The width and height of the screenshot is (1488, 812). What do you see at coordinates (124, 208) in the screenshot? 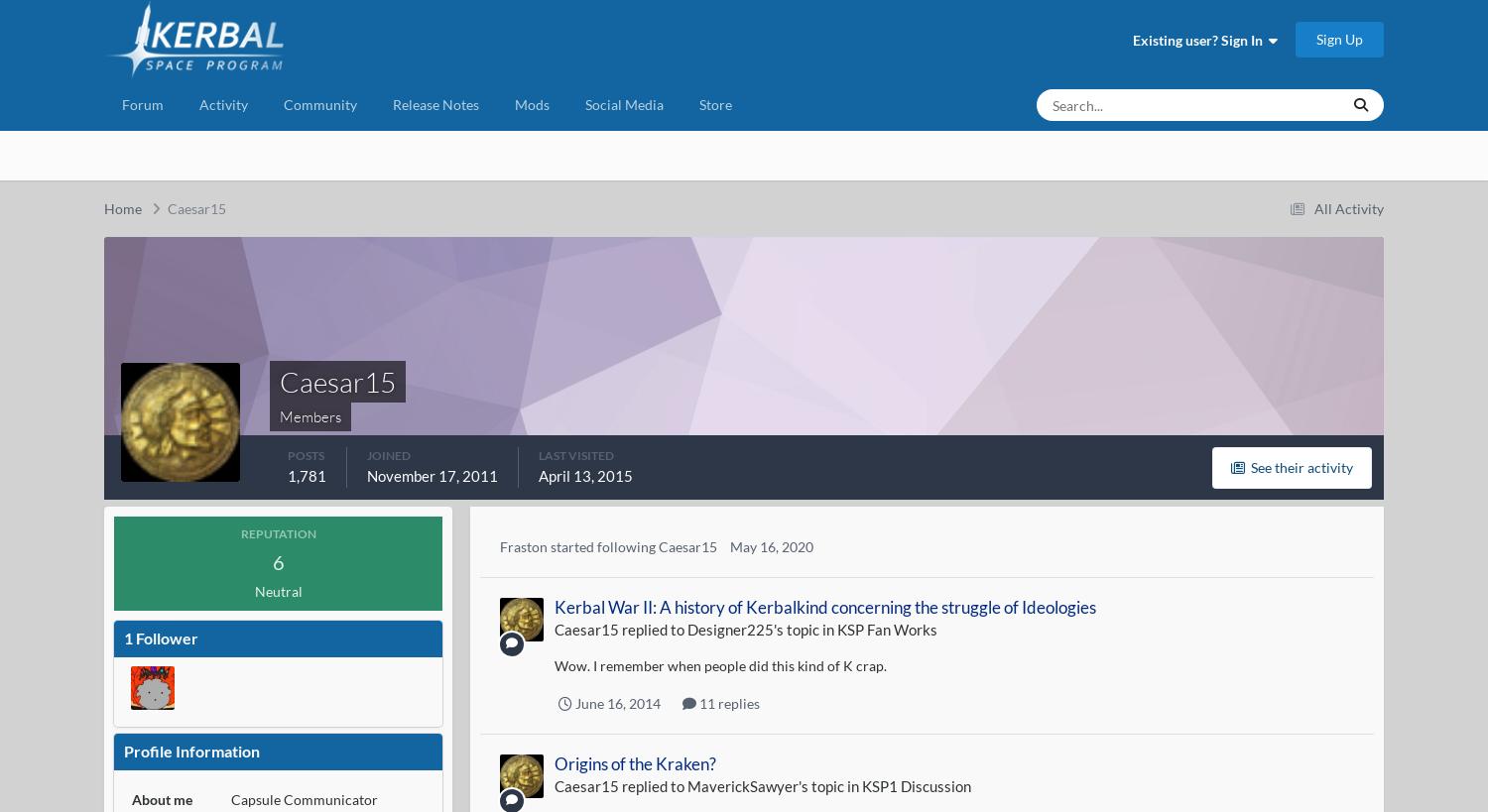
I see `'Home'` at bounding box center [124, 208].